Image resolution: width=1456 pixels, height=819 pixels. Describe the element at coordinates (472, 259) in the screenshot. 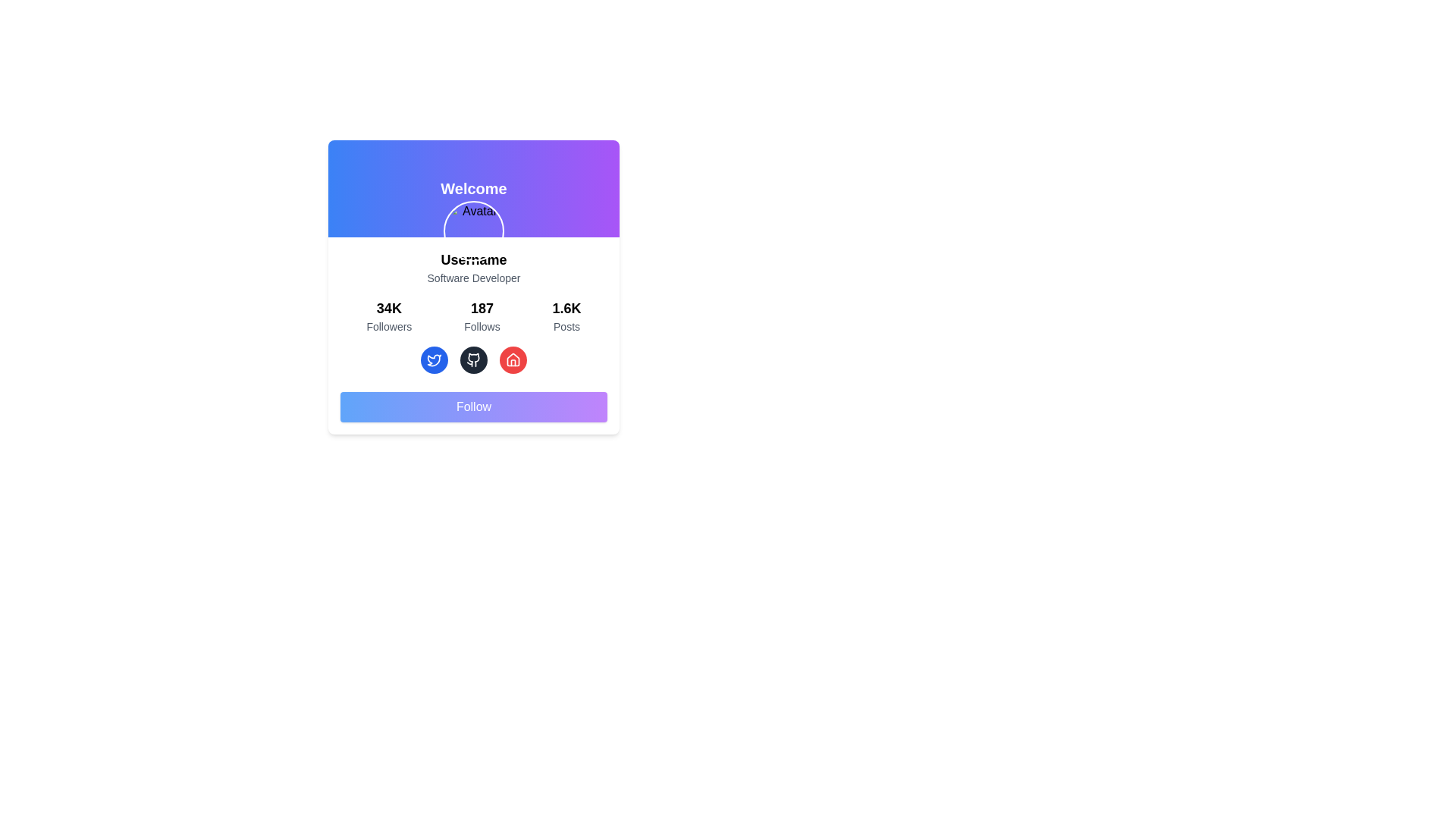

I see `the 'Username' text label, which is bold and larger than surrounding text, positioned directly below the avatar area and above the 'Software Developer' text` at that location.